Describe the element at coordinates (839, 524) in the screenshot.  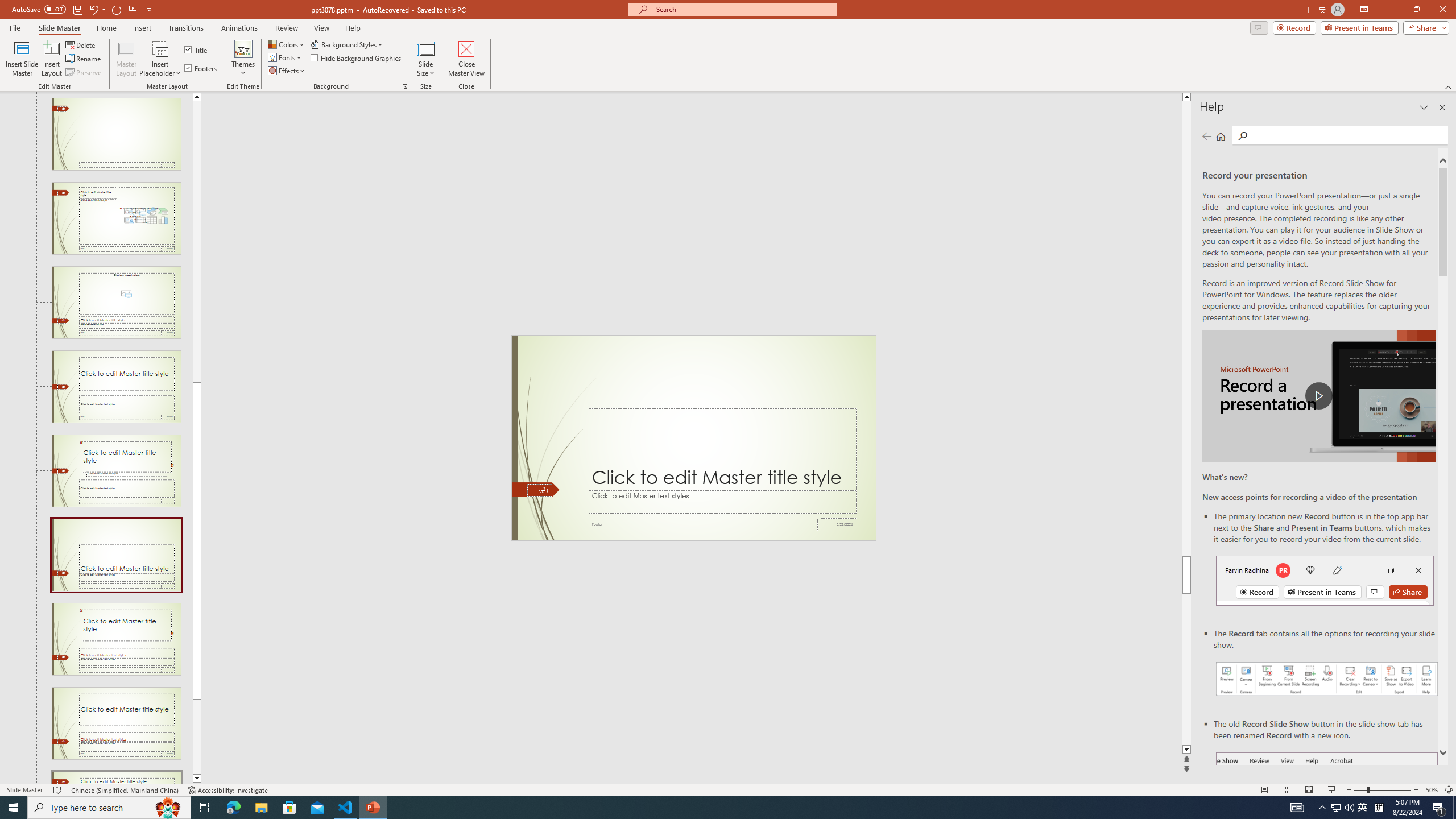
I see `'Date'` at that location.